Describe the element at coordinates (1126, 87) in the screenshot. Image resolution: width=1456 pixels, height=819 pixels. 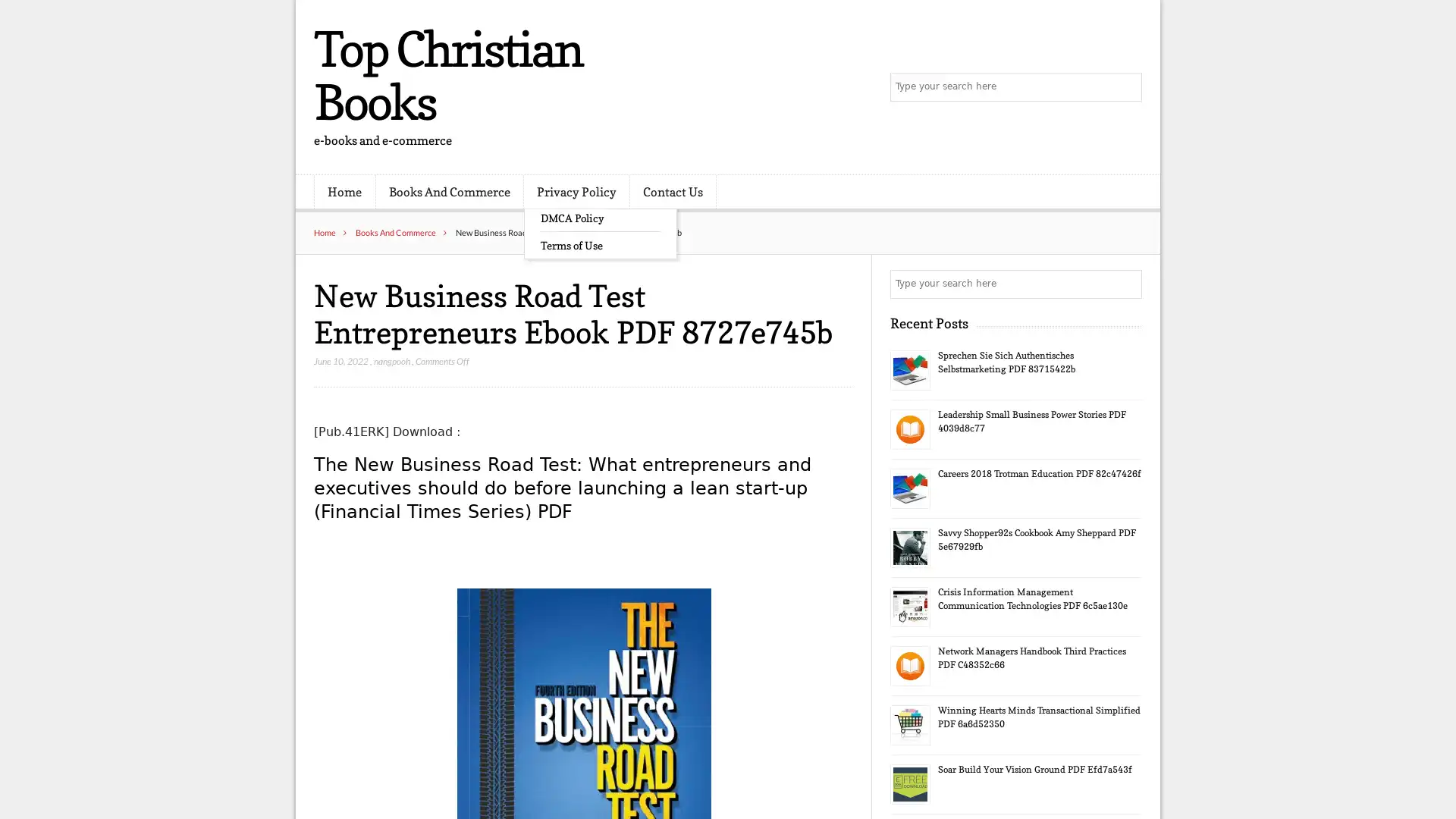
I see `Search` at that location.